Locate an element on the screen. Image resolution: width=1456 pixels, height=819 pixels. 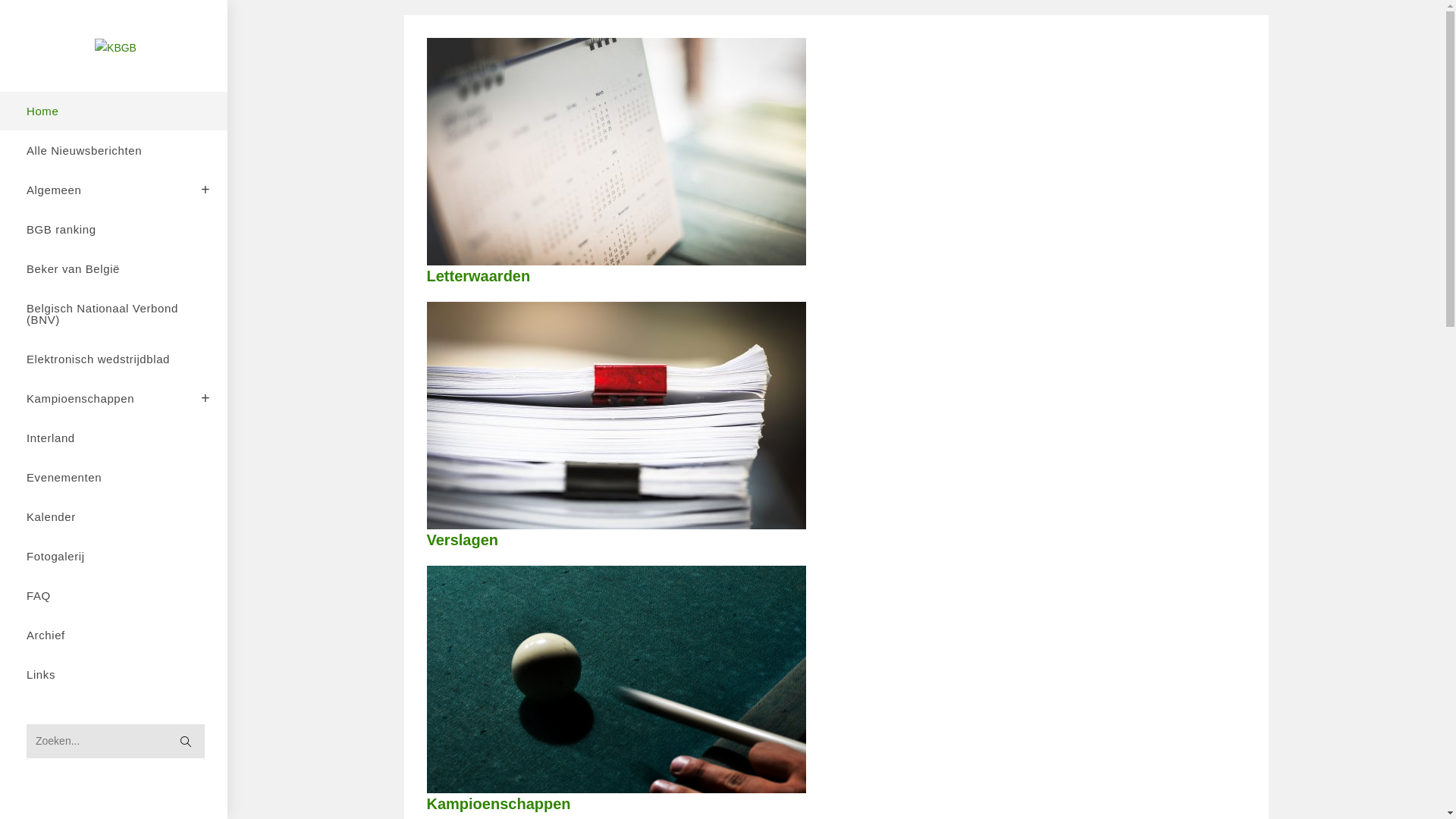
'Kampioenschappen' is located at coordinates (112, 397).